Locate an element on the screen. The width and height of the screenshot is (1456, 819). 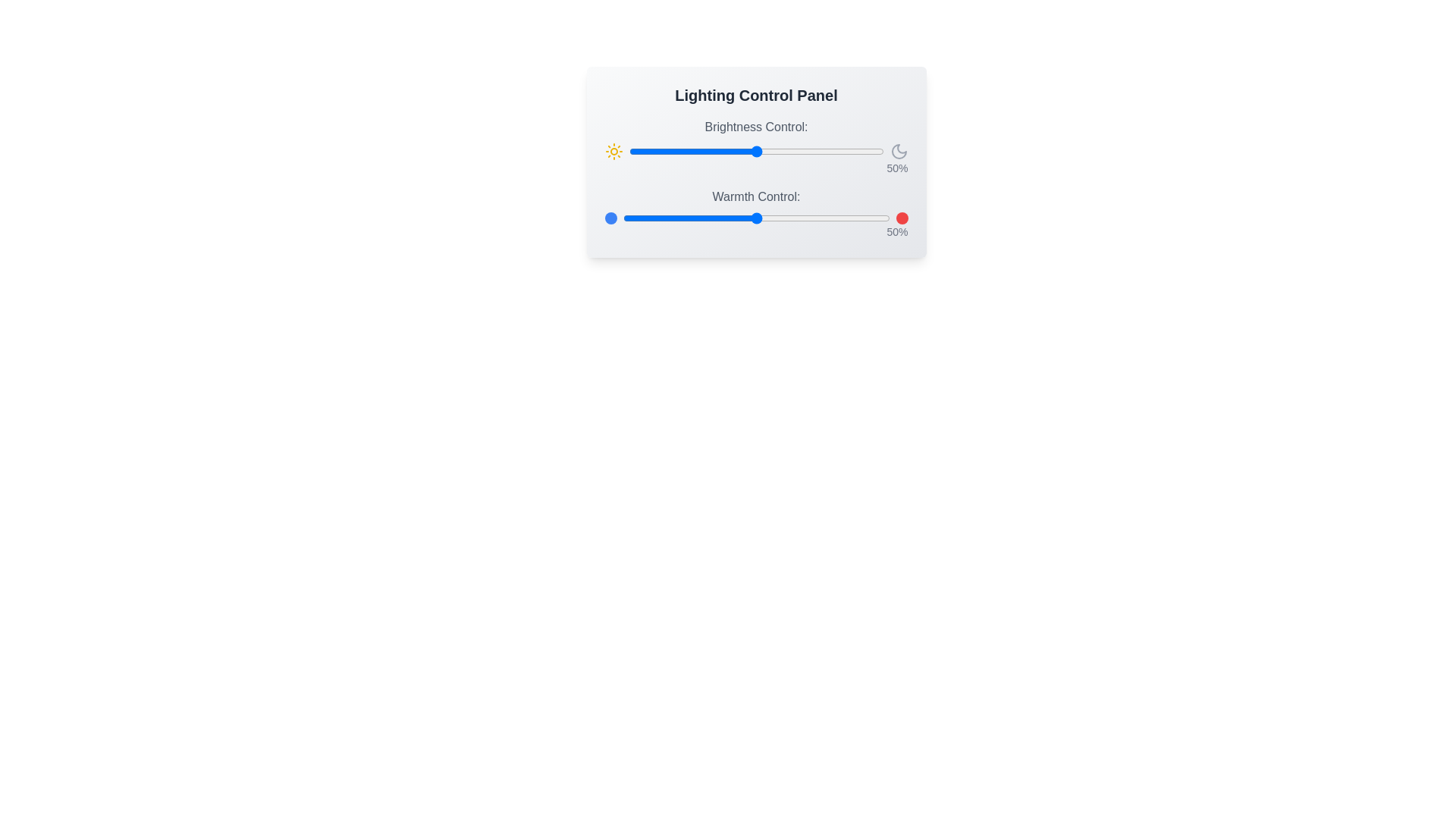
the text label displaying '50%' located on the far right of the Brightness Control section, aligned with the brightness slider is located at coordinates (756, 168).